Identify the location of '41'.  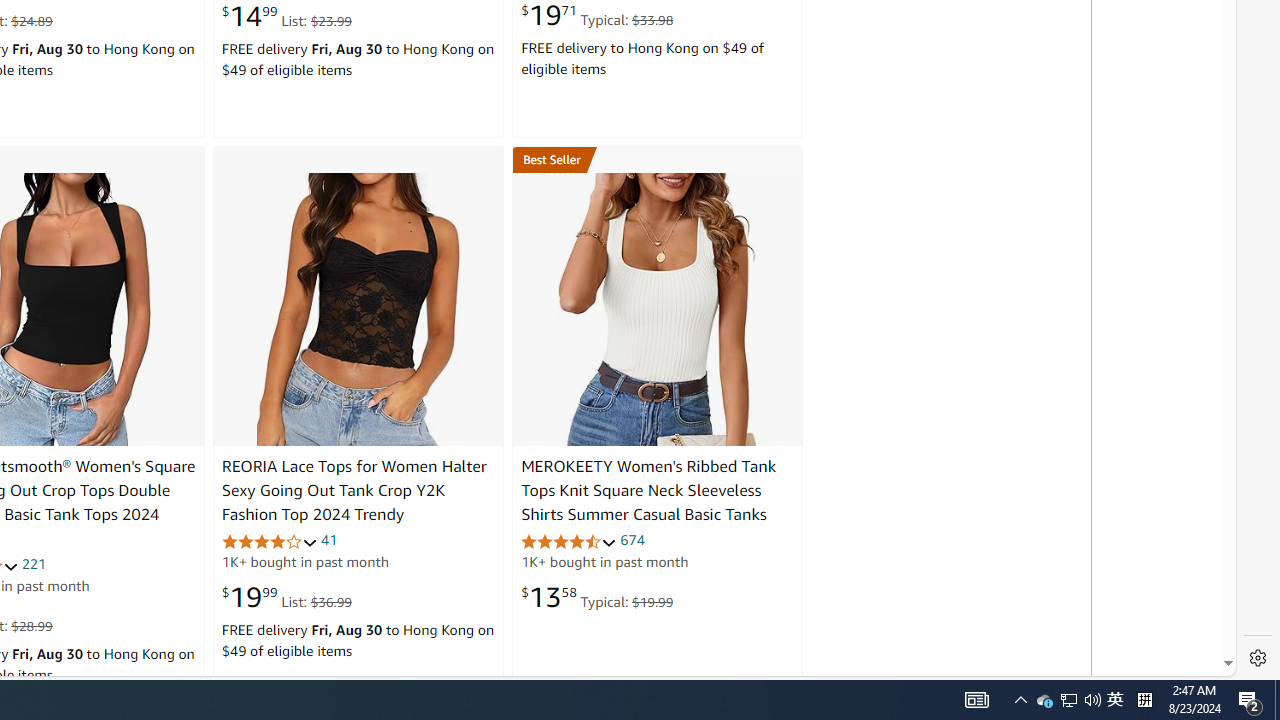
(328, 540).